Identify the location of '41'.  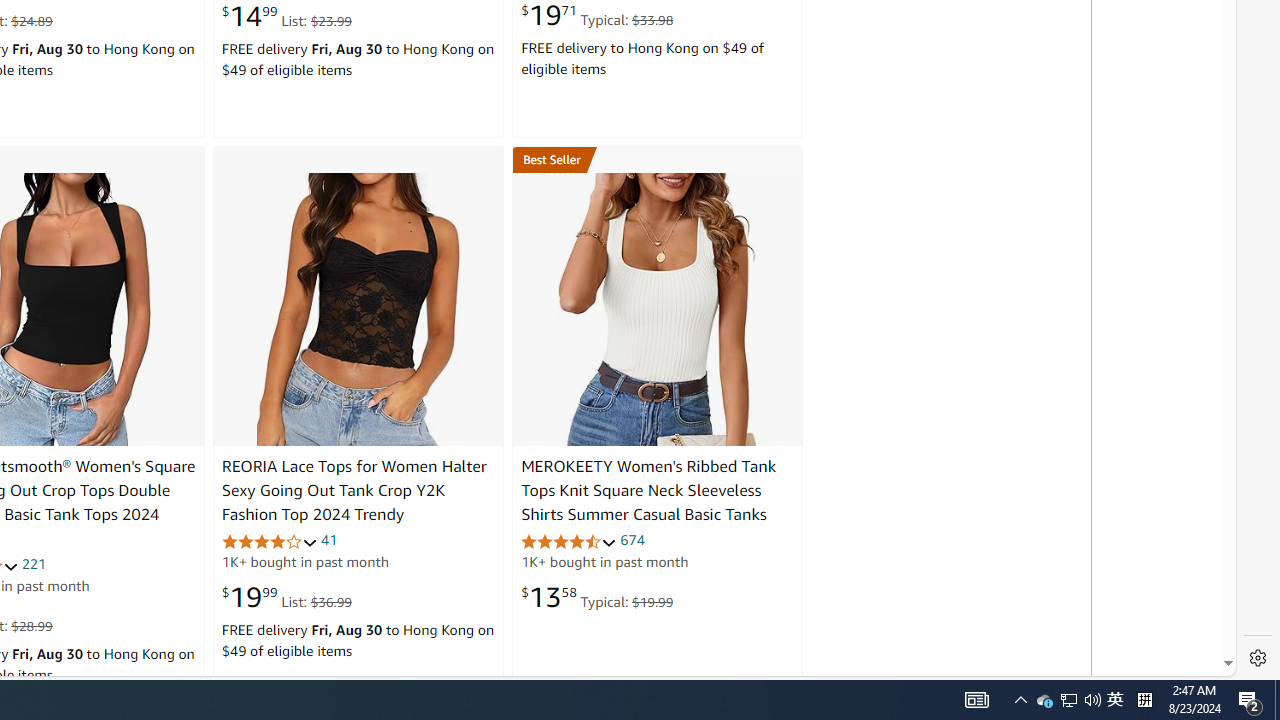
(328, 540).